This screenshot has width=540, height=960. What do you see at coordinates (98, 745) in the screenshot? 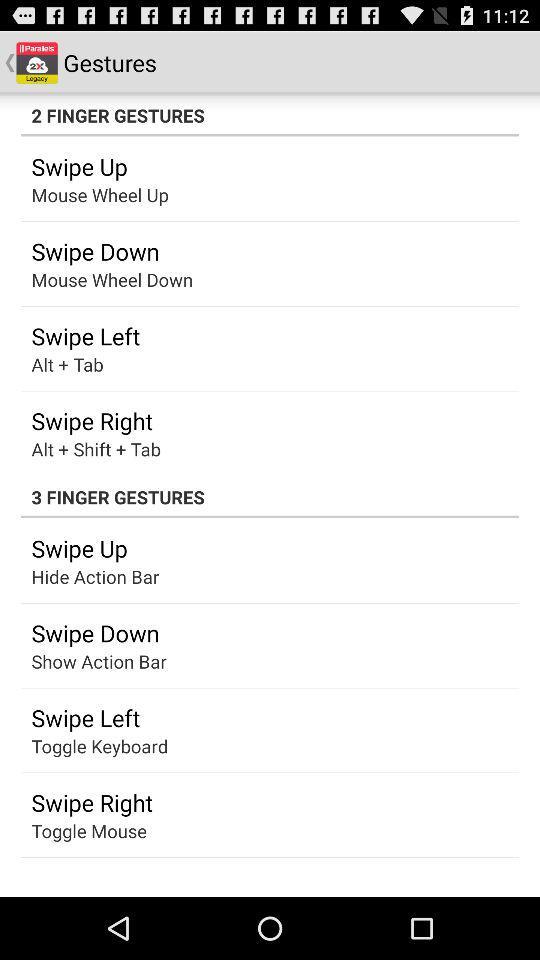
I see `the toggle keyboard app` at bounding box center [98, 745].